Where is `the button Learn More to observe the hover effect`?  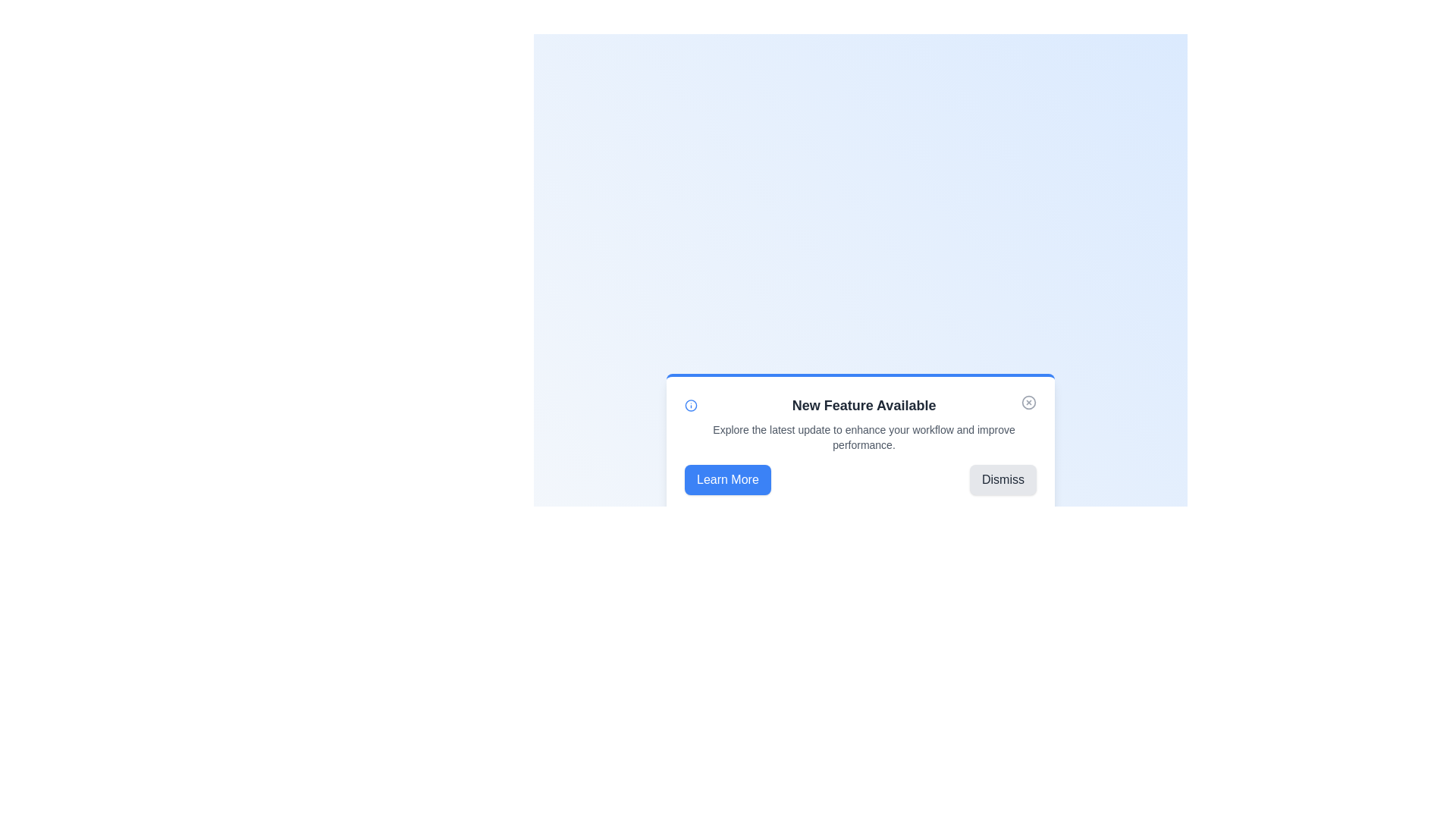
the button Learn More to observe the hover effect is located at coordinates (726, 479).